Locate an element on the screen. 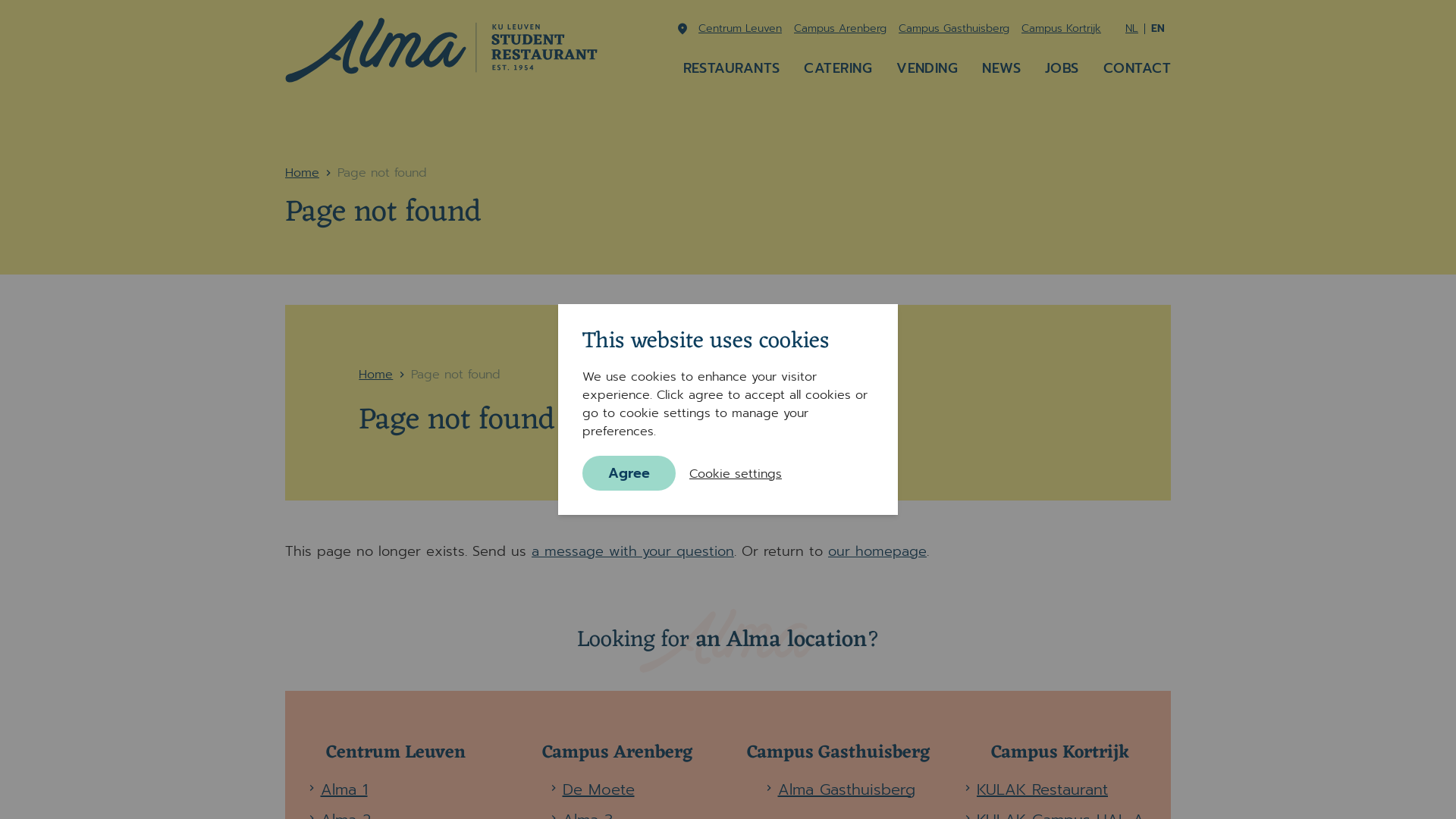 Image resolution: width=1456 pixels, height=819 pixels. 'NEWS' is located at coordinates (1001, 67).